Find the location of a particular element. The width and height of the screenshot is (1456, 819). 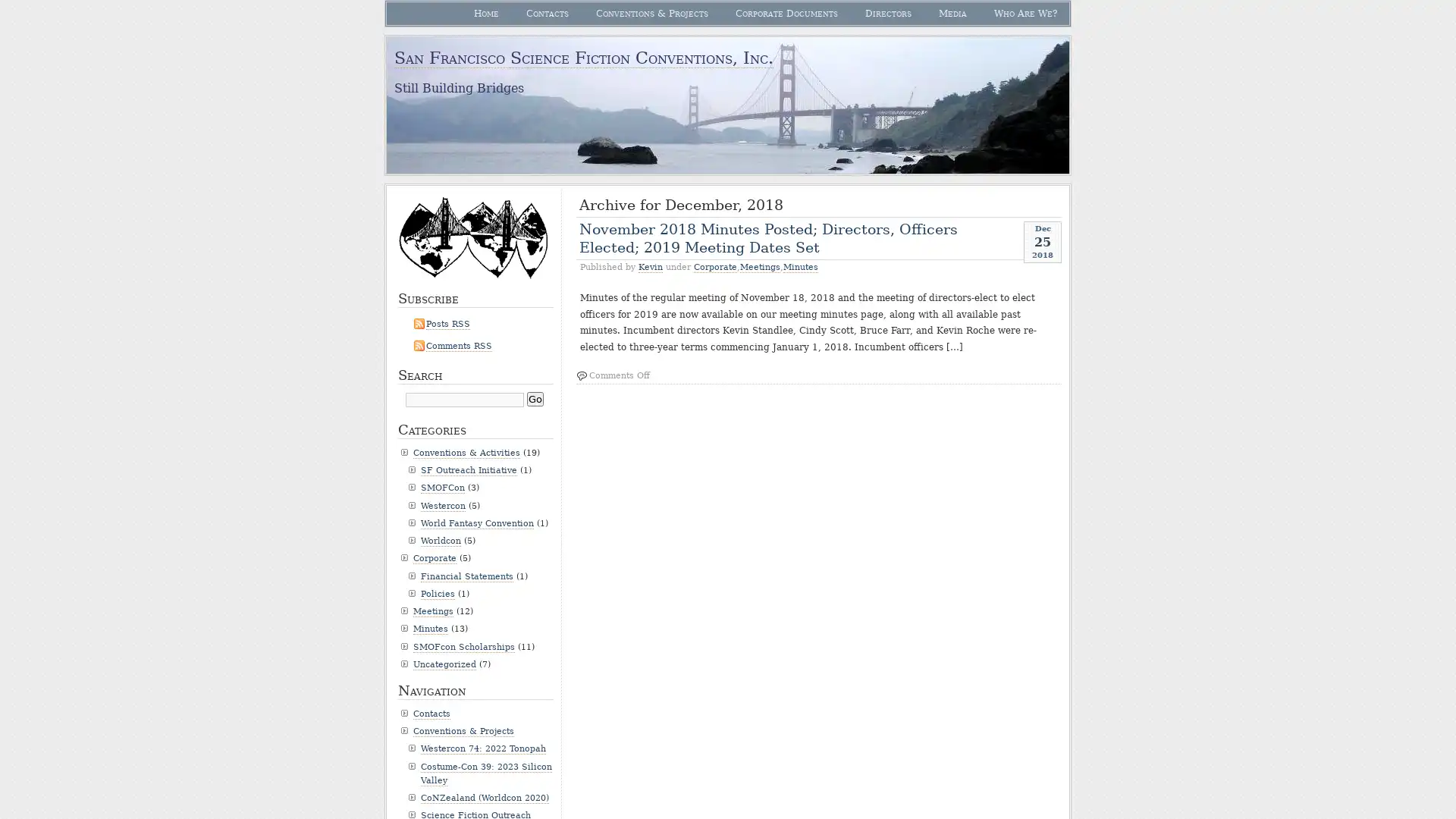

Go is located at coordinates (535, 397).